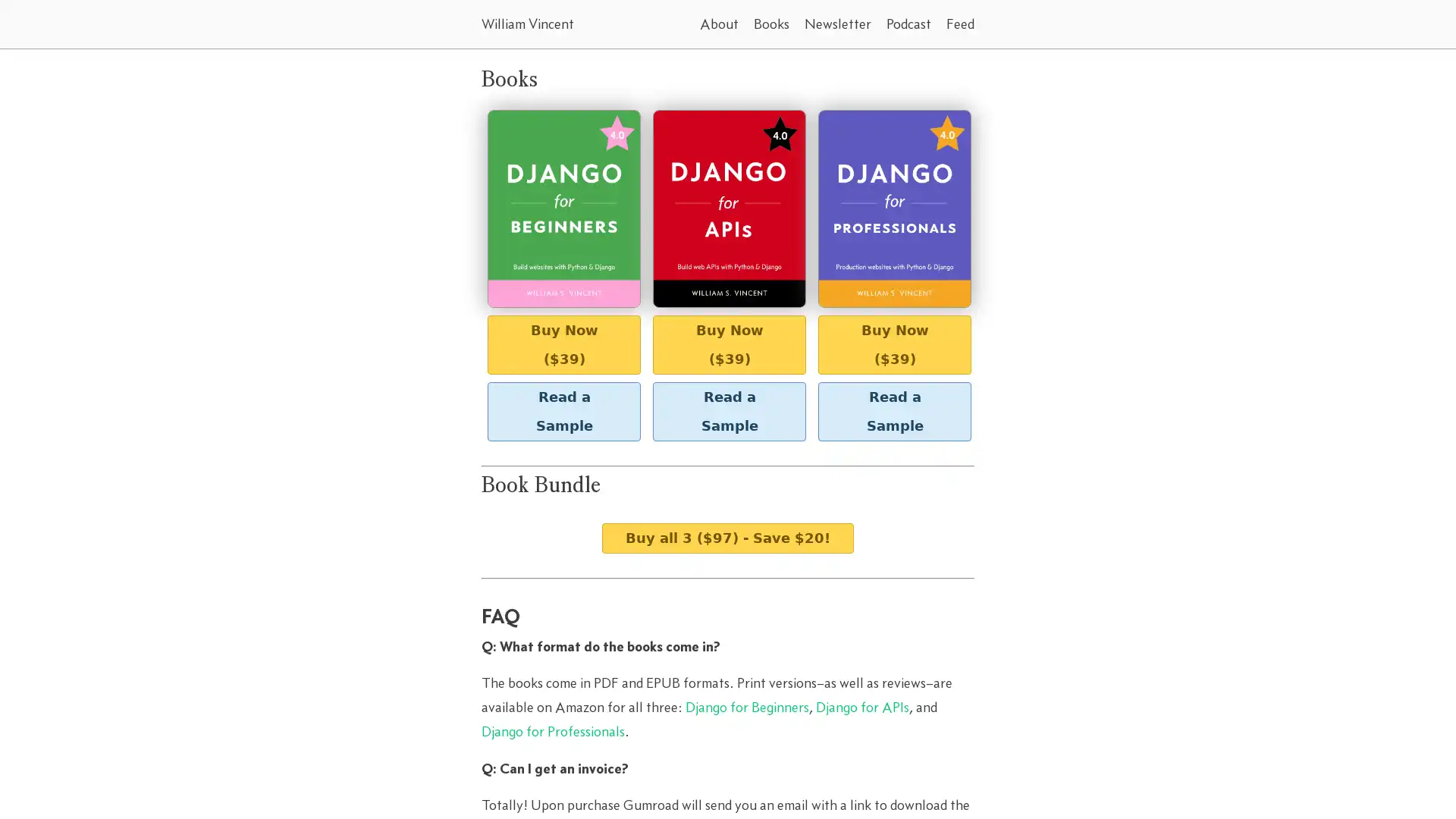 This screenshot has height=819, width=1456. What do you see at coordinates (728, 537) in the screenshot?
I see `Buy all 3 ($97) - Save $20!` at bounding box center [728, 537].